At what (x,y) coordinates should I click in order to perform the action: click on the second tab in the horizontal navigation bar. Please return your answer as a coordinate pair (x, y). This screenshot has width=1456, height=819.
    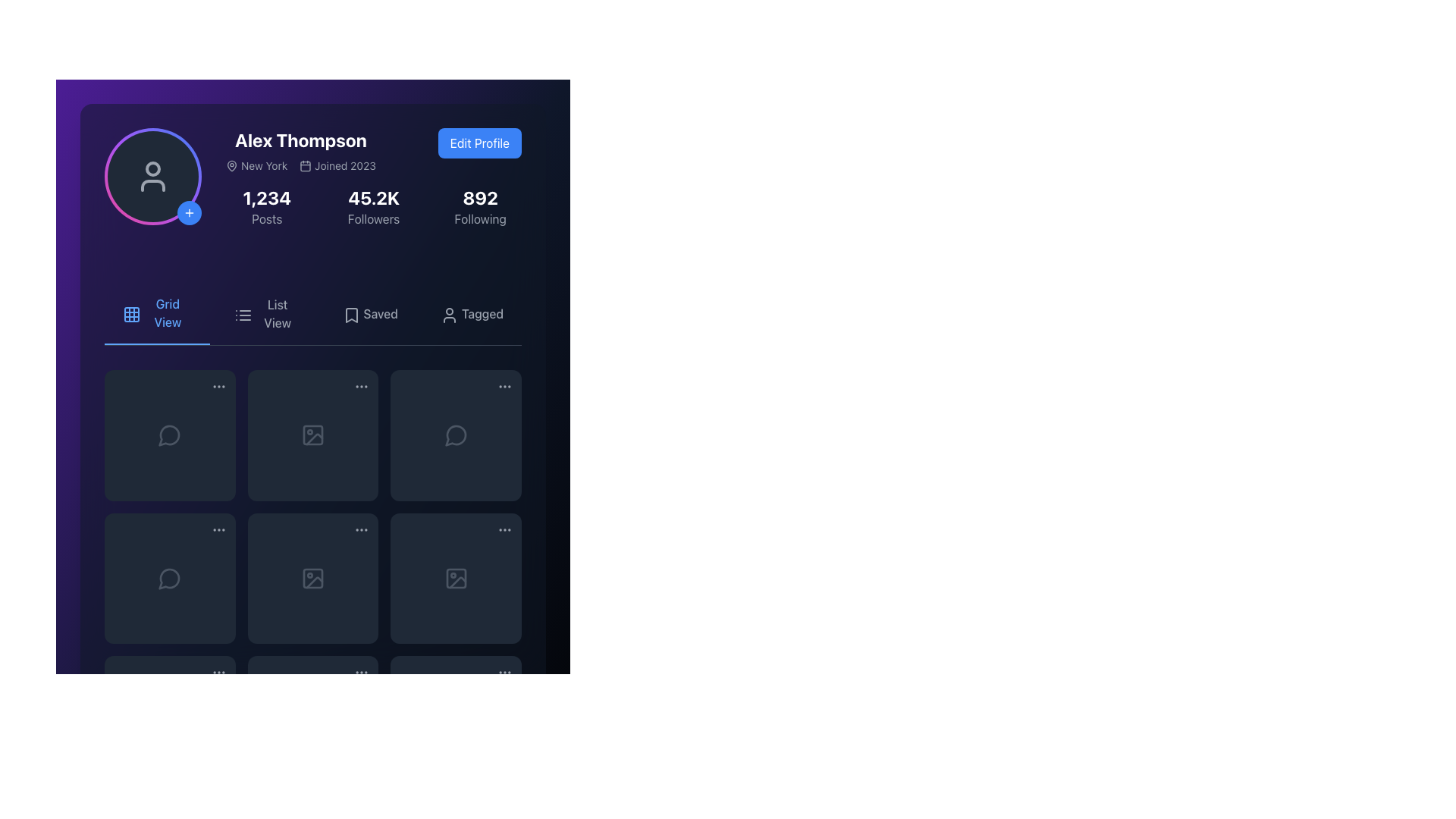
    Looking at the image, I should click on (267, 312).